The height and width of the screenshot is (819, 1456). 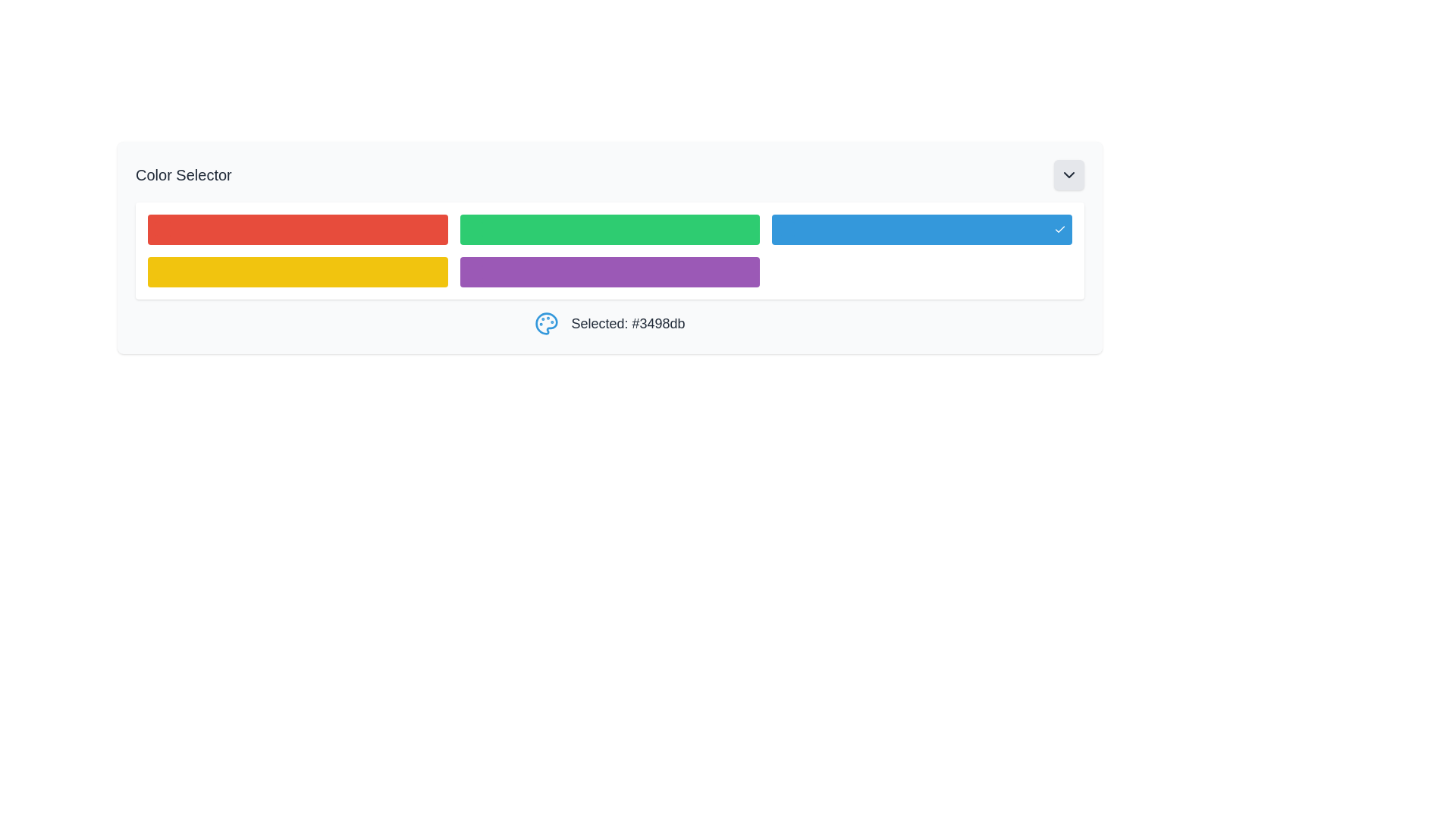 I want to click on the selected color icon located within the 'Selected: #3498db' display at the bottom of the color selection section, so click(x=546, y=323).